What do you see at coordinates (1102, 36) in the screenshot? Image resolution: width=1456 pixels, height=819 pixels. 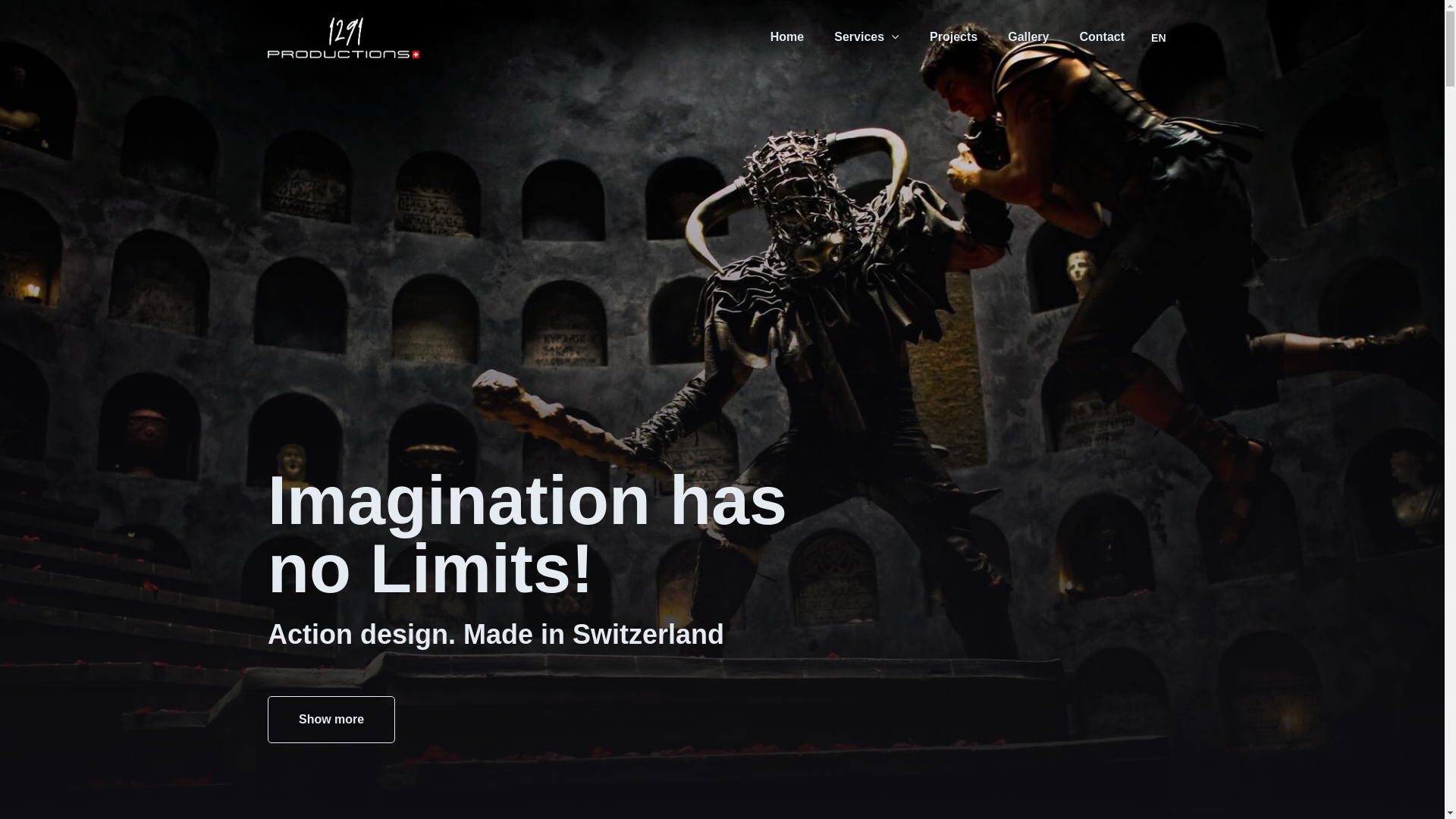 I see `'Contact'` at bounding box center [1102, 36].